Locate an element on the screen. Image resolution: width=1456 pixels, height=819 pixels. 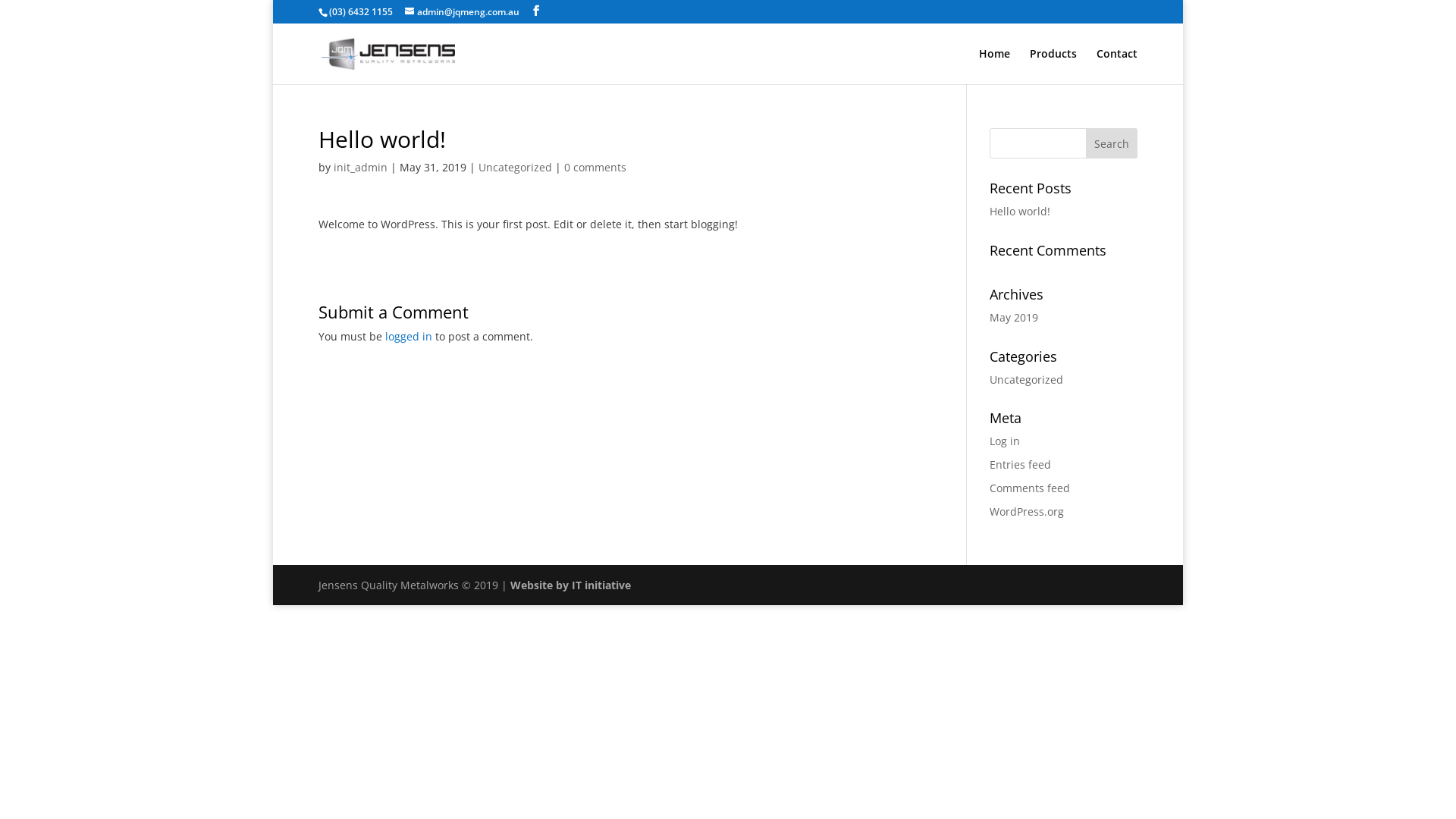
'admin@jqmeng.com.au' is located at coordinates (404, 11).